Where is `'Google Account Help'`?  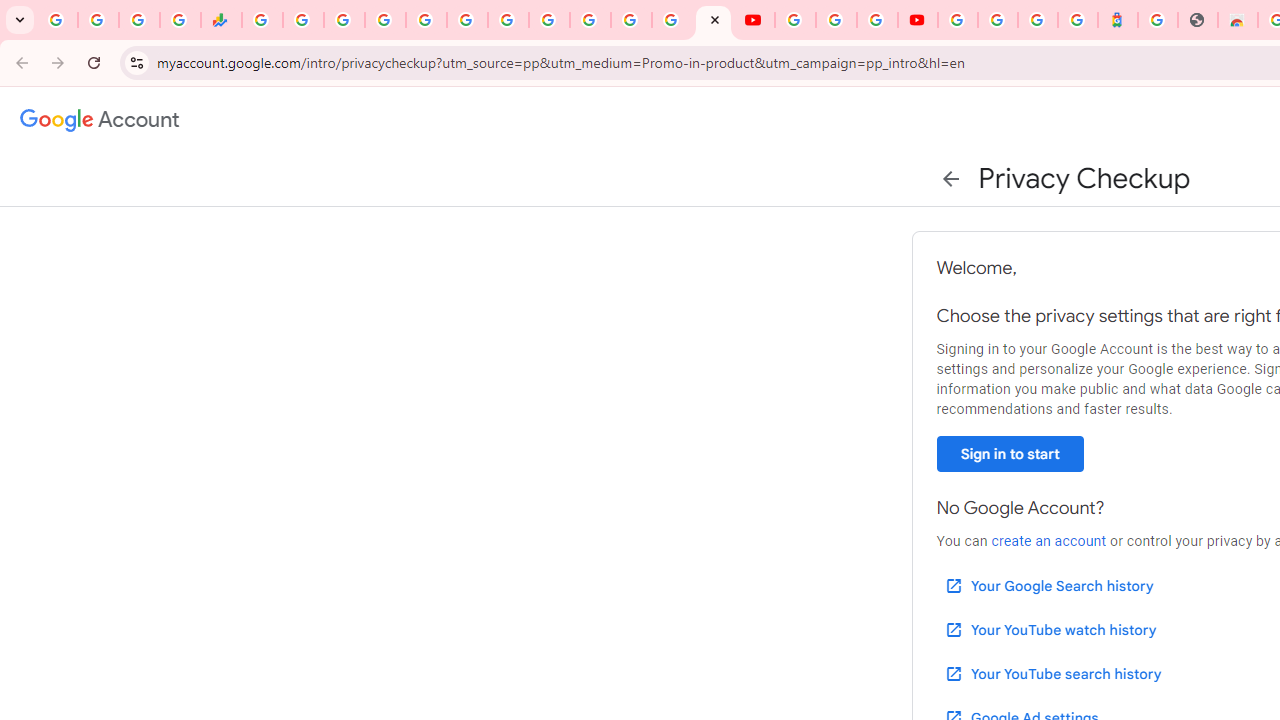
'Google Account Help' is located at coordinates (836, 20).